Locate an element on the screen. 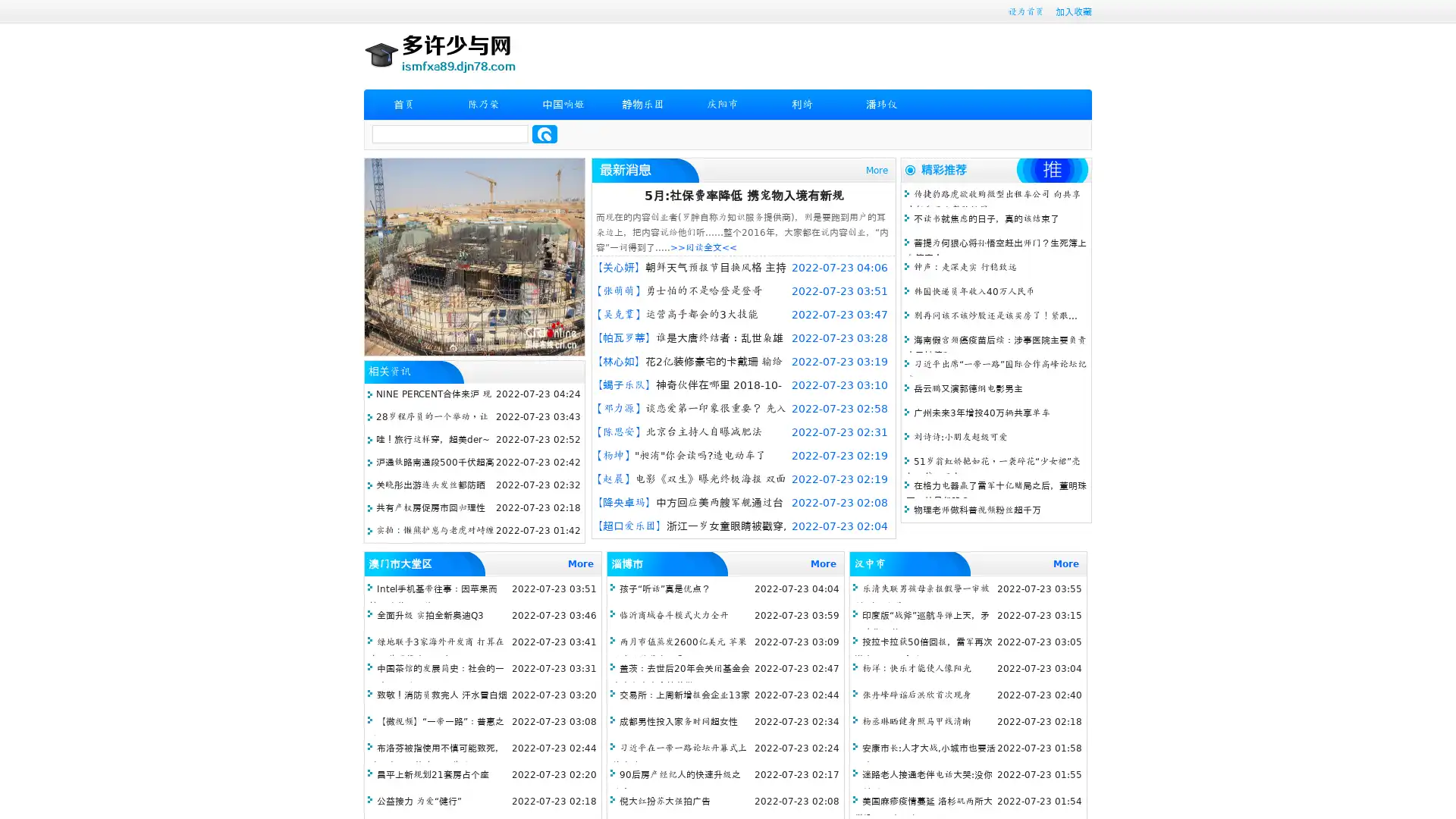 Image resolution: width=1456 pixels, height=819 pixels. Search is located at coordinates (544, 133).